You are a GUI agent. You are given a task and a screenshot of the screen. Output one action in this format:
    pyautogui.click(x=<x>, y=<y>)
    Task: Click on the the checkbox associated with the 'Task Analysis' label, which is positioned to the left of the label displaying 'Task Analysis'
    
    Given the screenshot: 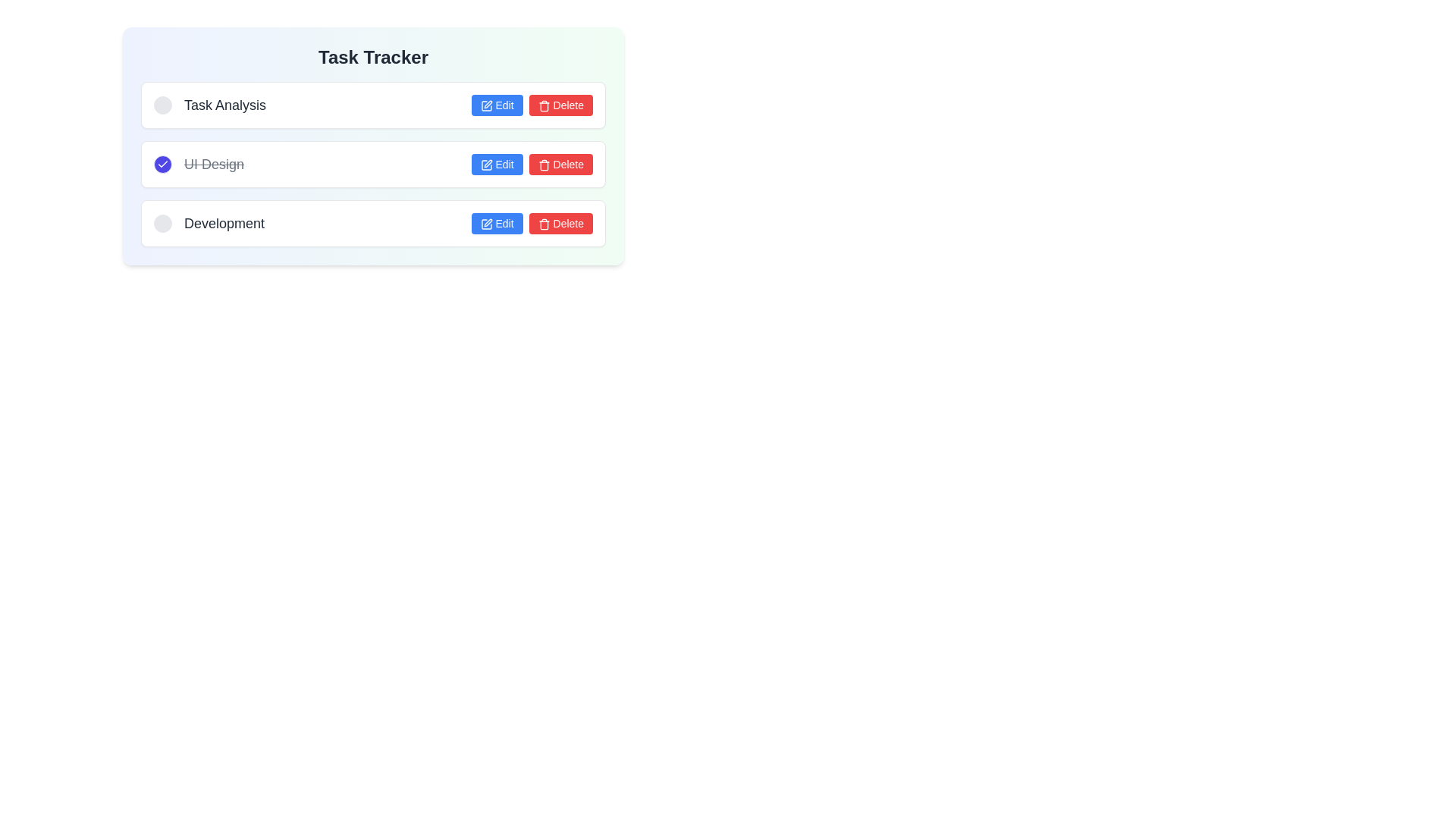 What is the action you would take?
    pyautogui.click(x=209, y=104)
    